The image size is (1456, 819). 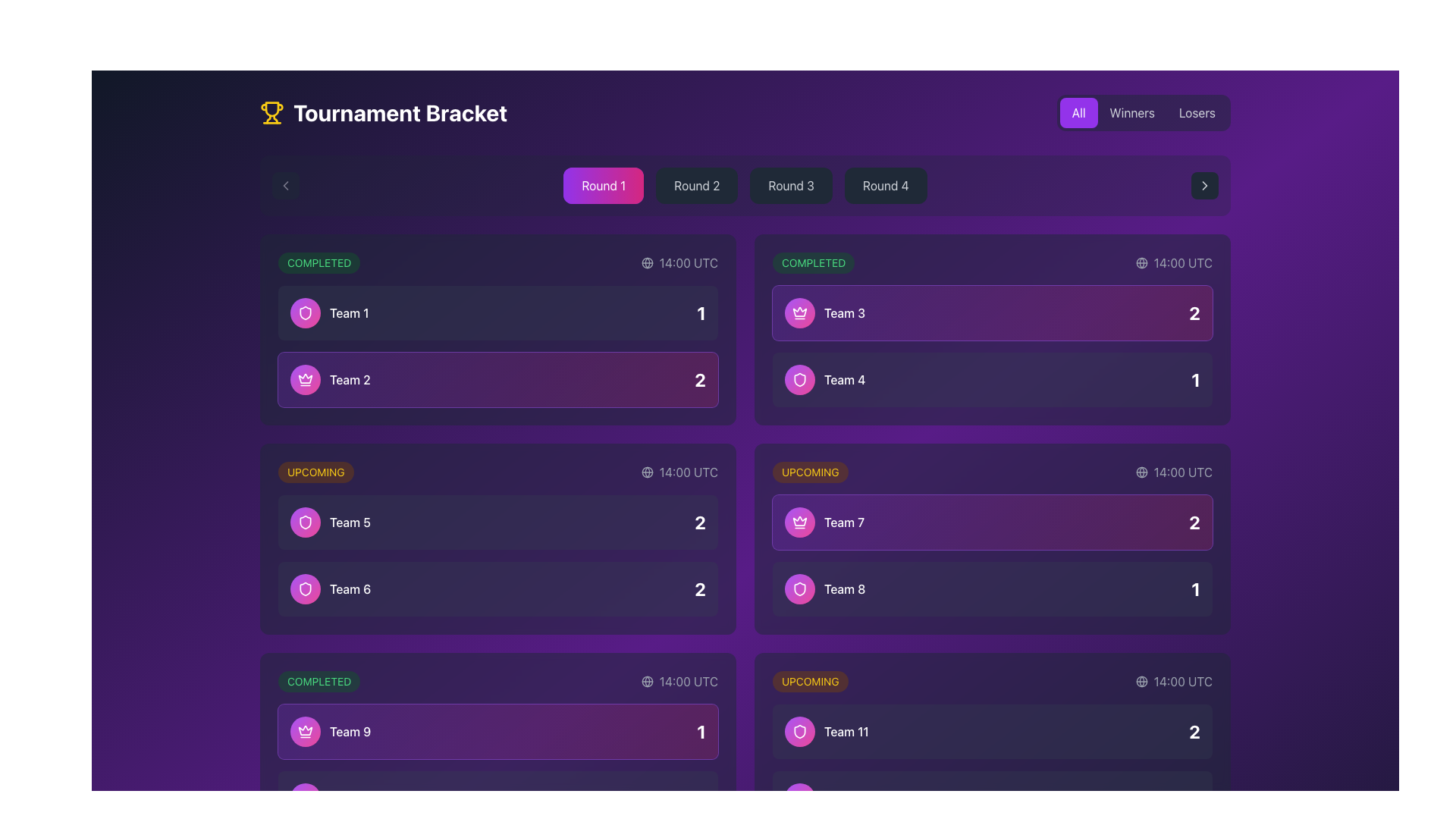 What do you see at coordinates (1141, 472) in the screenshot?
I see `the SVG circle element that represents the center of the globe icon, located to the right of the team match information and near the match time indication` at bounding box center [1141, 472].